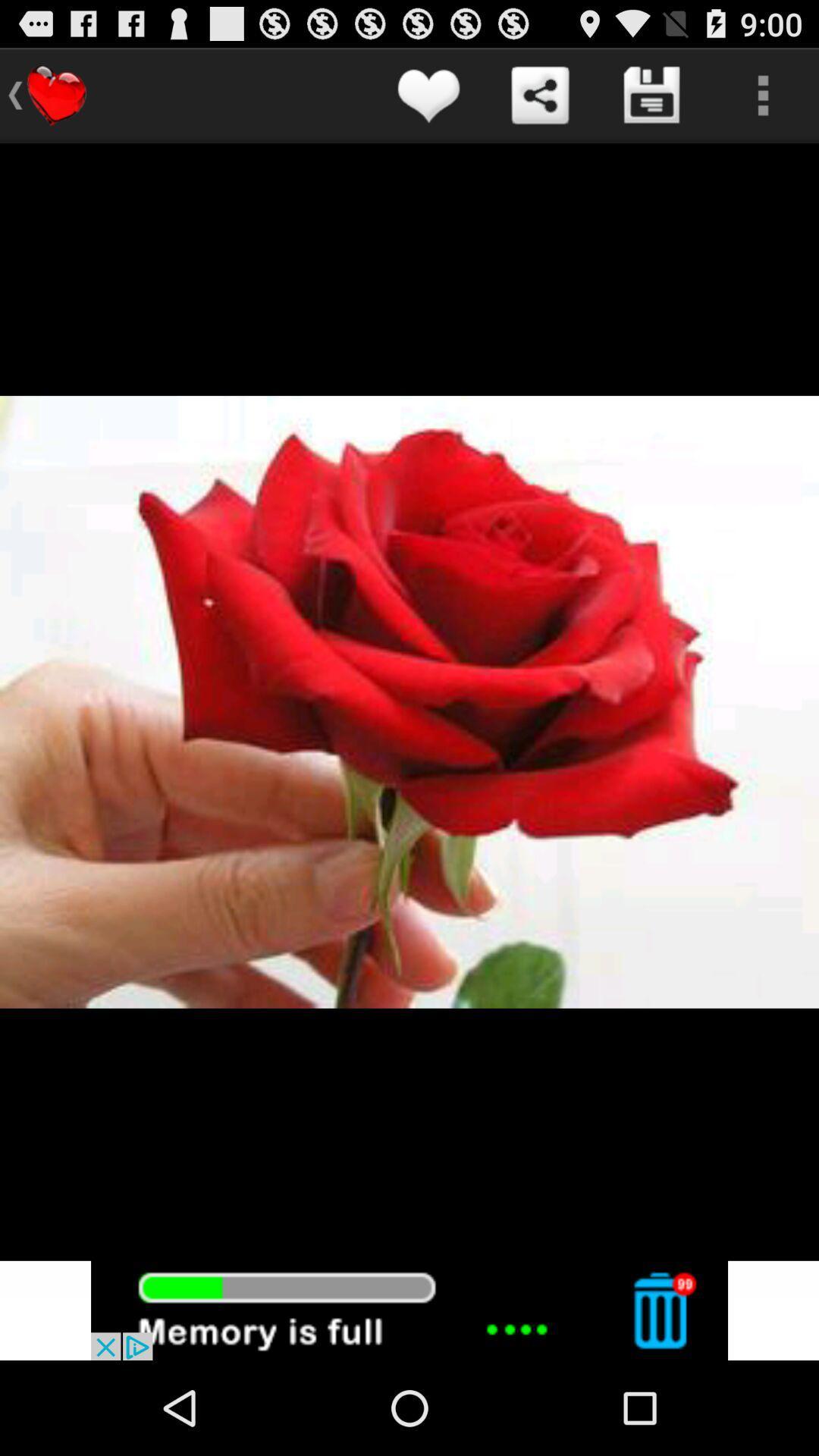 This screenshot has width=819, height=1456. What do you see at coordinates (763, 94) in the screenshot?
I see `more` at bounding box center [763, 94].